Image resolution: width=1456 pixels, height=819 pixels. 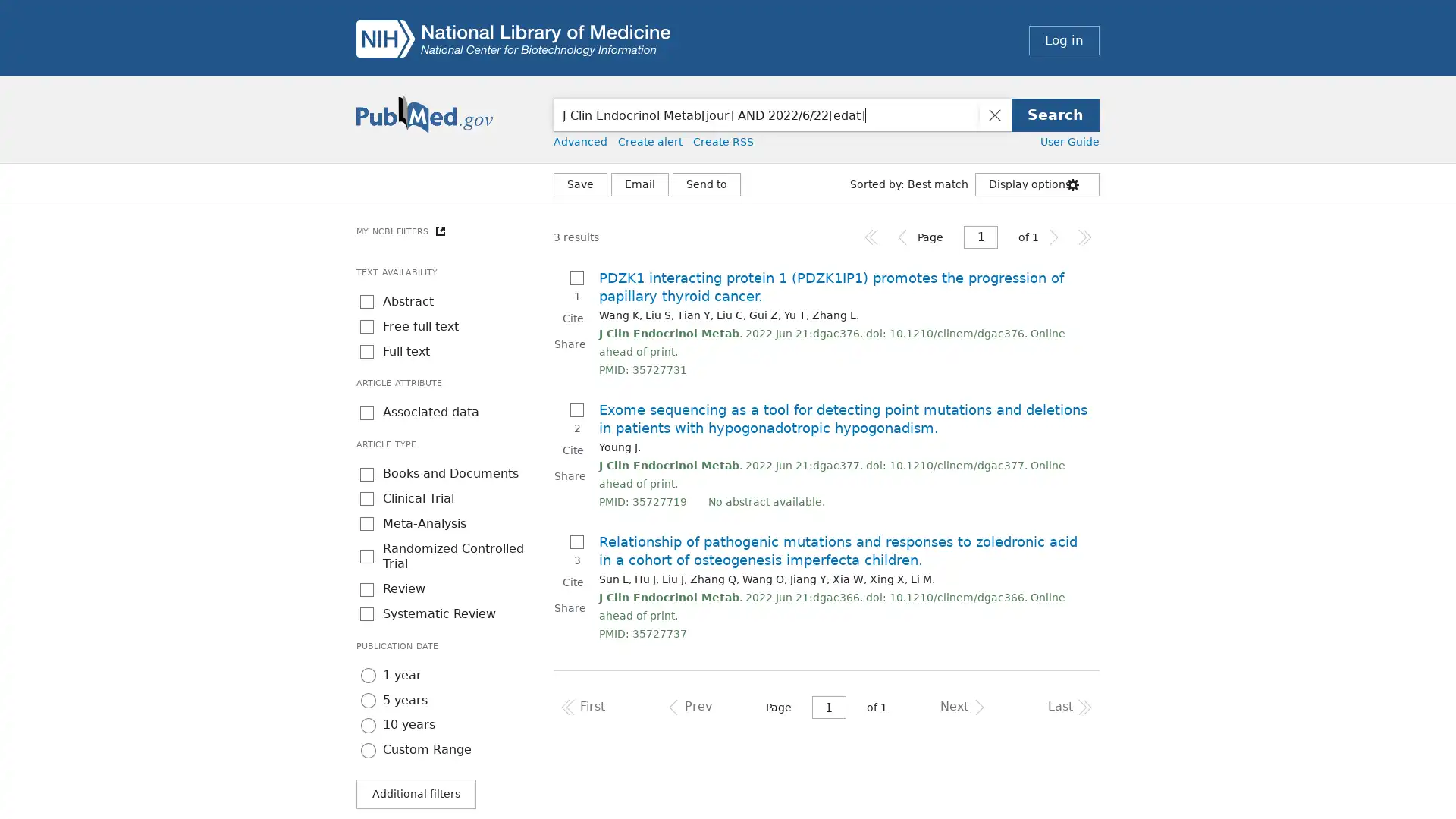 I want to click on Navigates to the previous page of results., so click(x=902, y=237).